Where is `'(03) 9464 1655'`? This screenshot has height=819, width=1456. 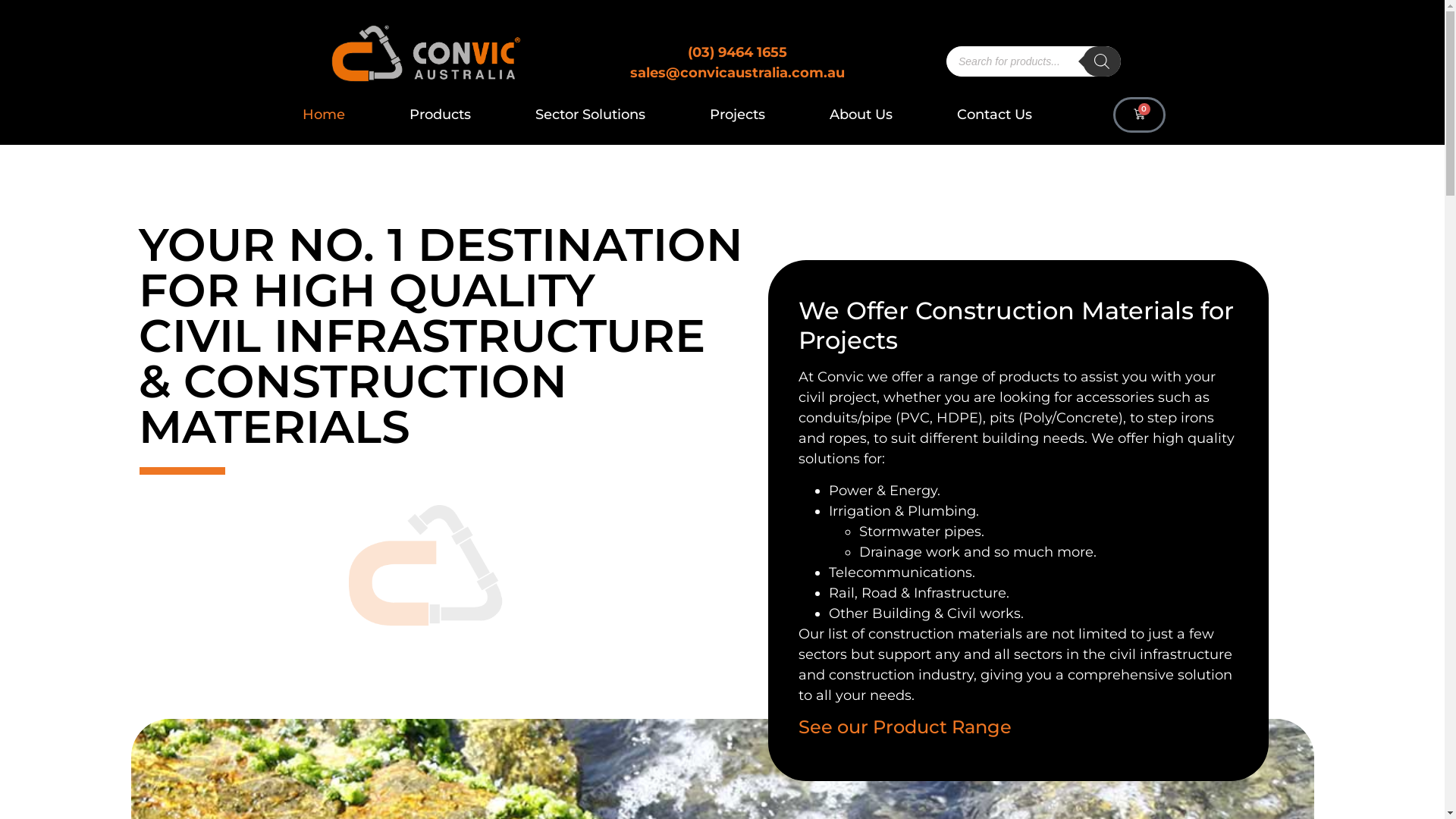
'(03) 9464 1655' is located at coordinates (736, 52).